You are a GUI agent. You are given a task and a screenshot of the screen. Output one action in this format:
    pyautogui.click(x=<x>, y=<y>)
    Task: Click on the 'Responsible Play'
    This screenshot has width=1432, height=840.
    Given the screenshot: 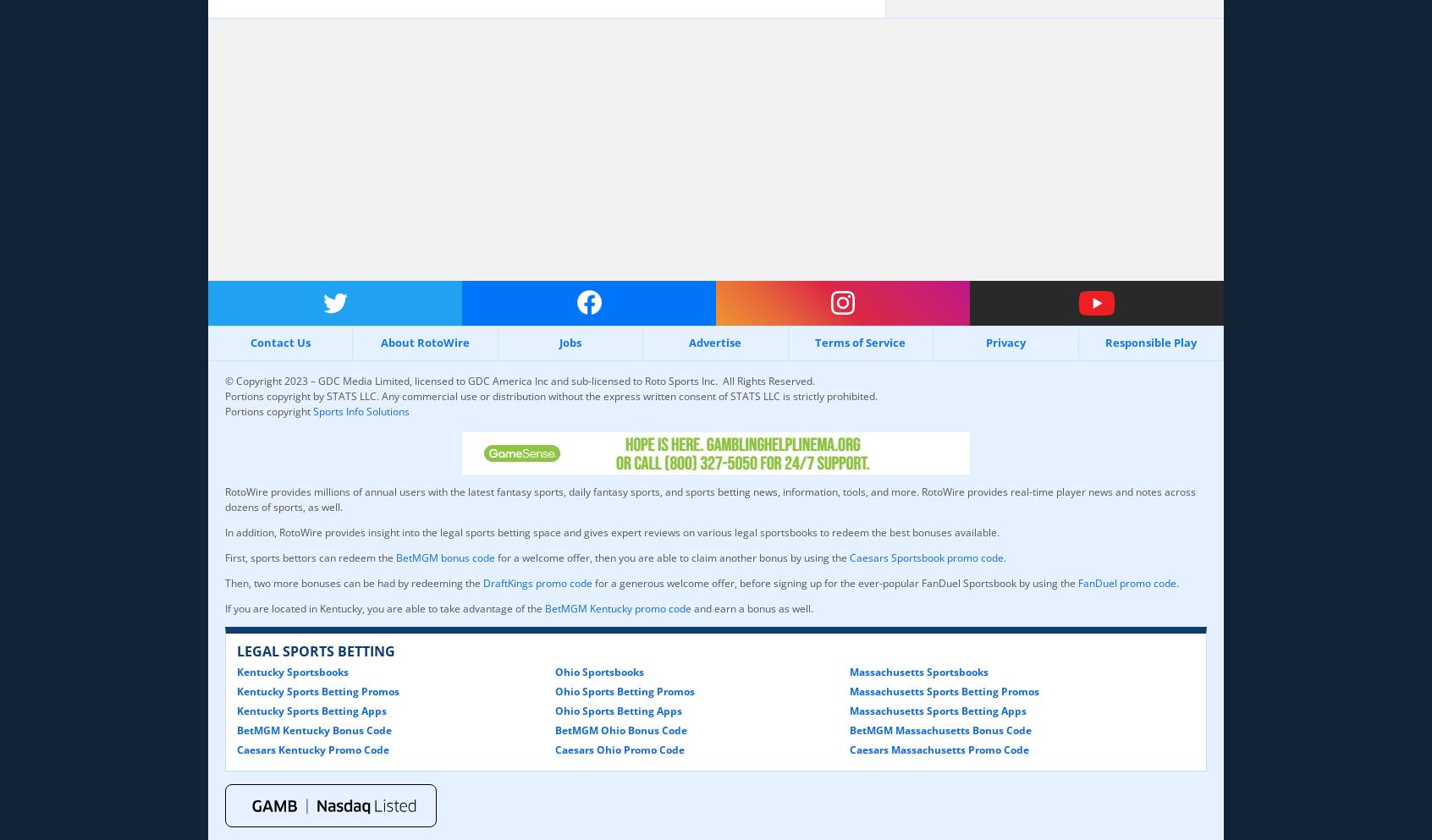 What is the action you would take?
    pyautogui.click(x=1104, y=342)
    